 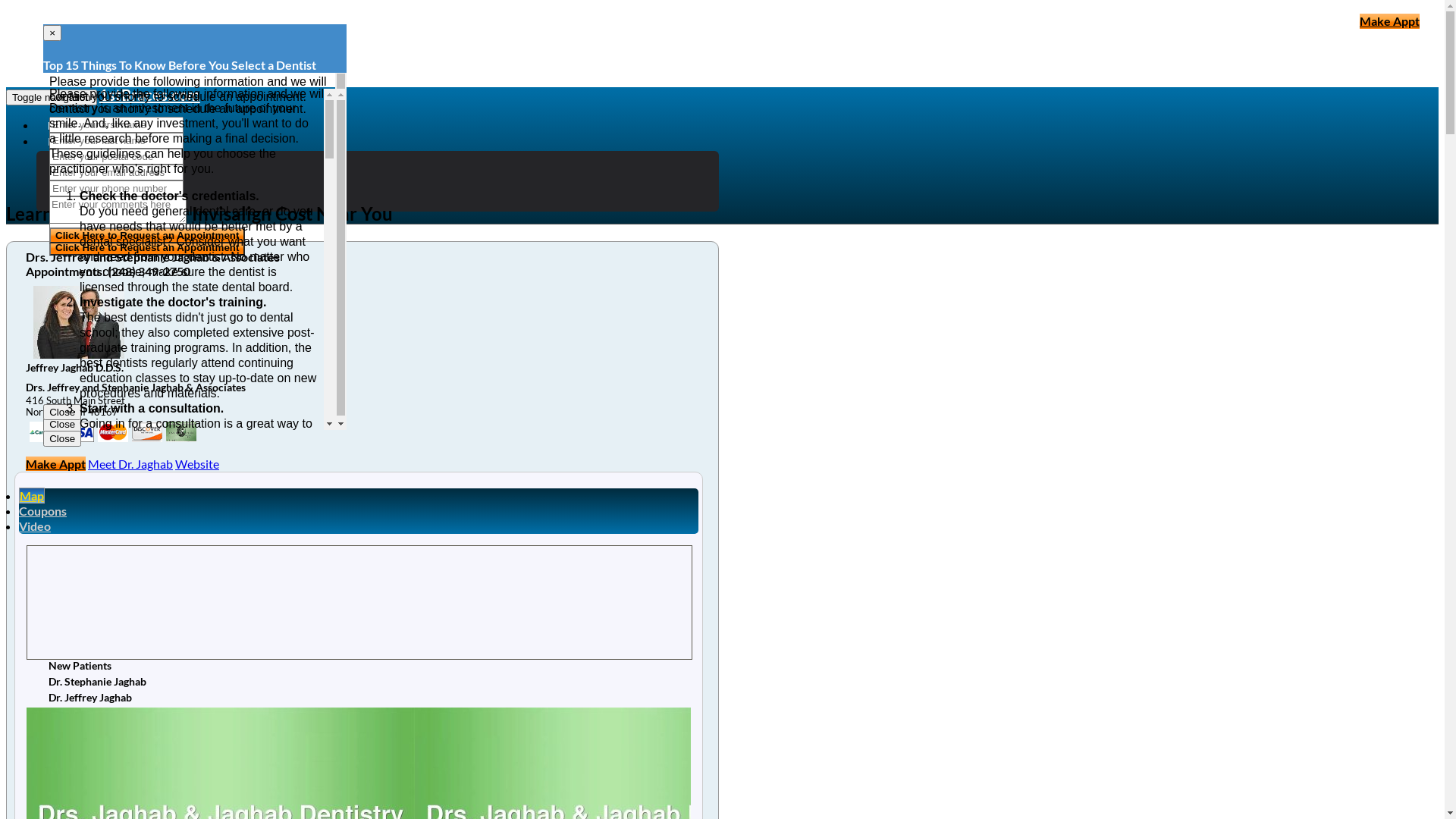 I want to click on 'Braces Articles', so click(x=80, y=141).